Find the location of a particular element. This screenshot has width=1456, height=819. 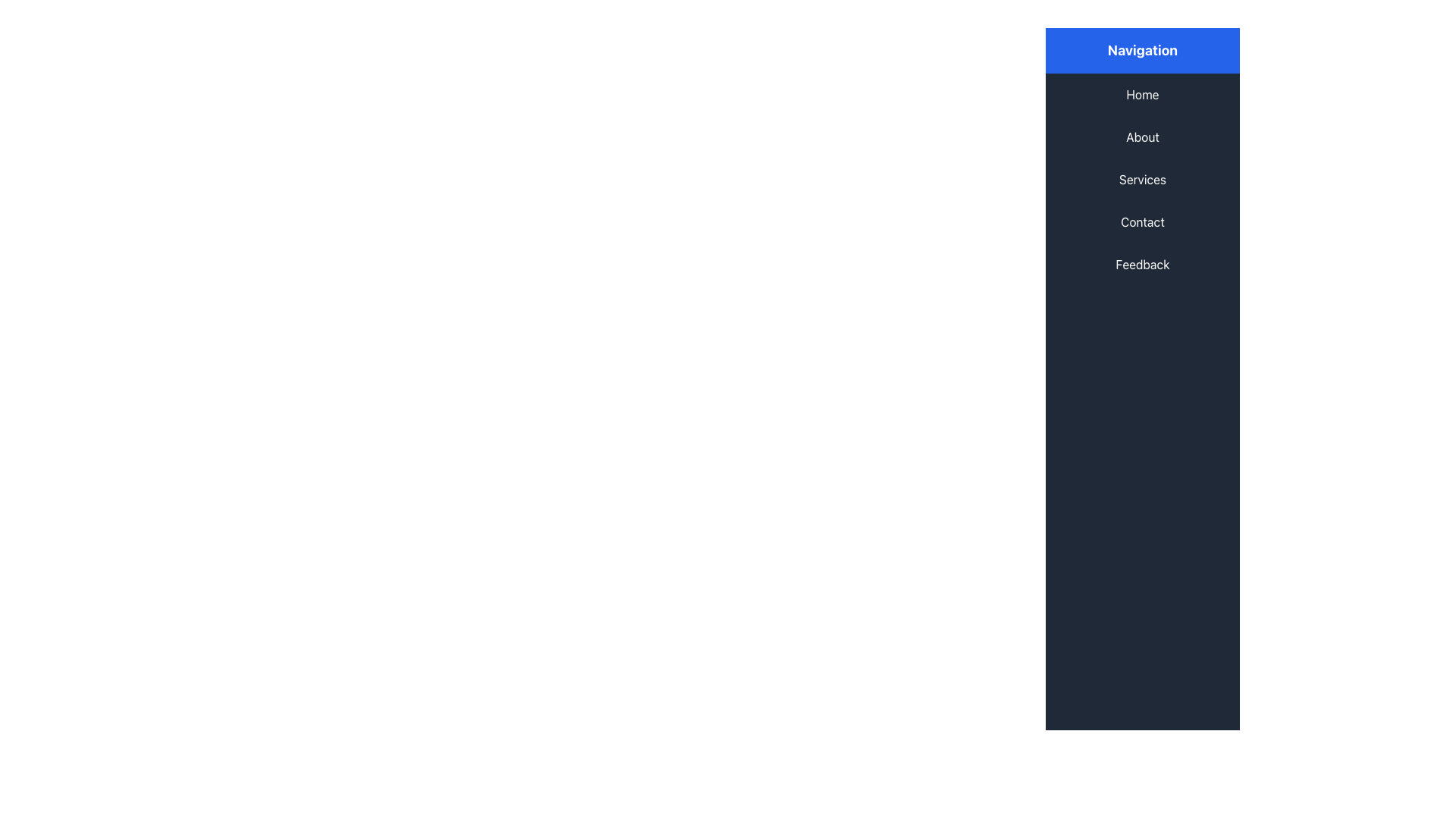

the 'Services' button located in the sidebar navigation menu, positioned as the third item in a vertical list of buttons is located at coordinates (1143, 178).